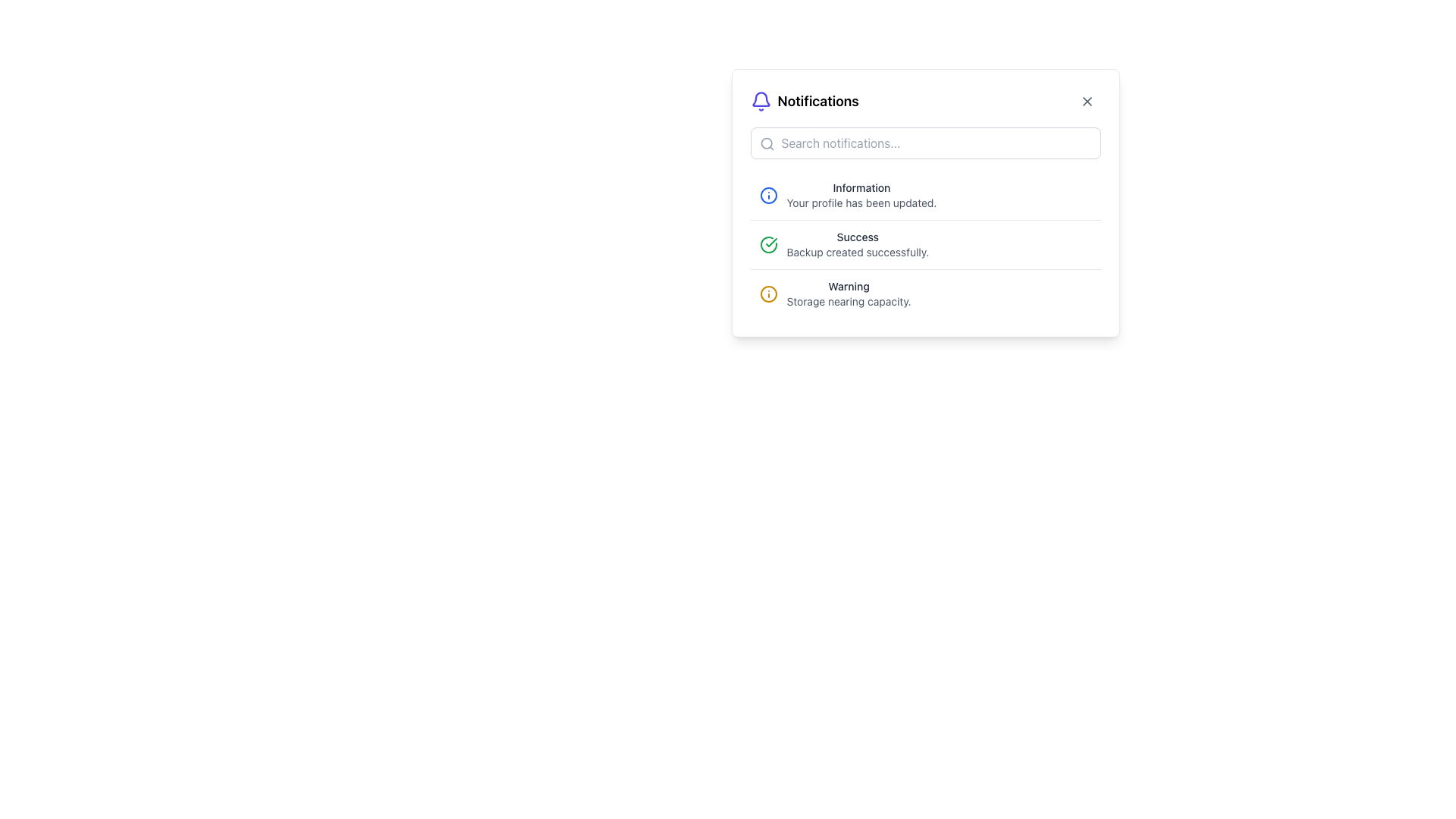  What do you see at coordinates (924, 293) in the screenshot?
I see `the static Notification box that warns the user about storage nearing capacity, located as the third item in the notification list` at bounding box center [924, 293].